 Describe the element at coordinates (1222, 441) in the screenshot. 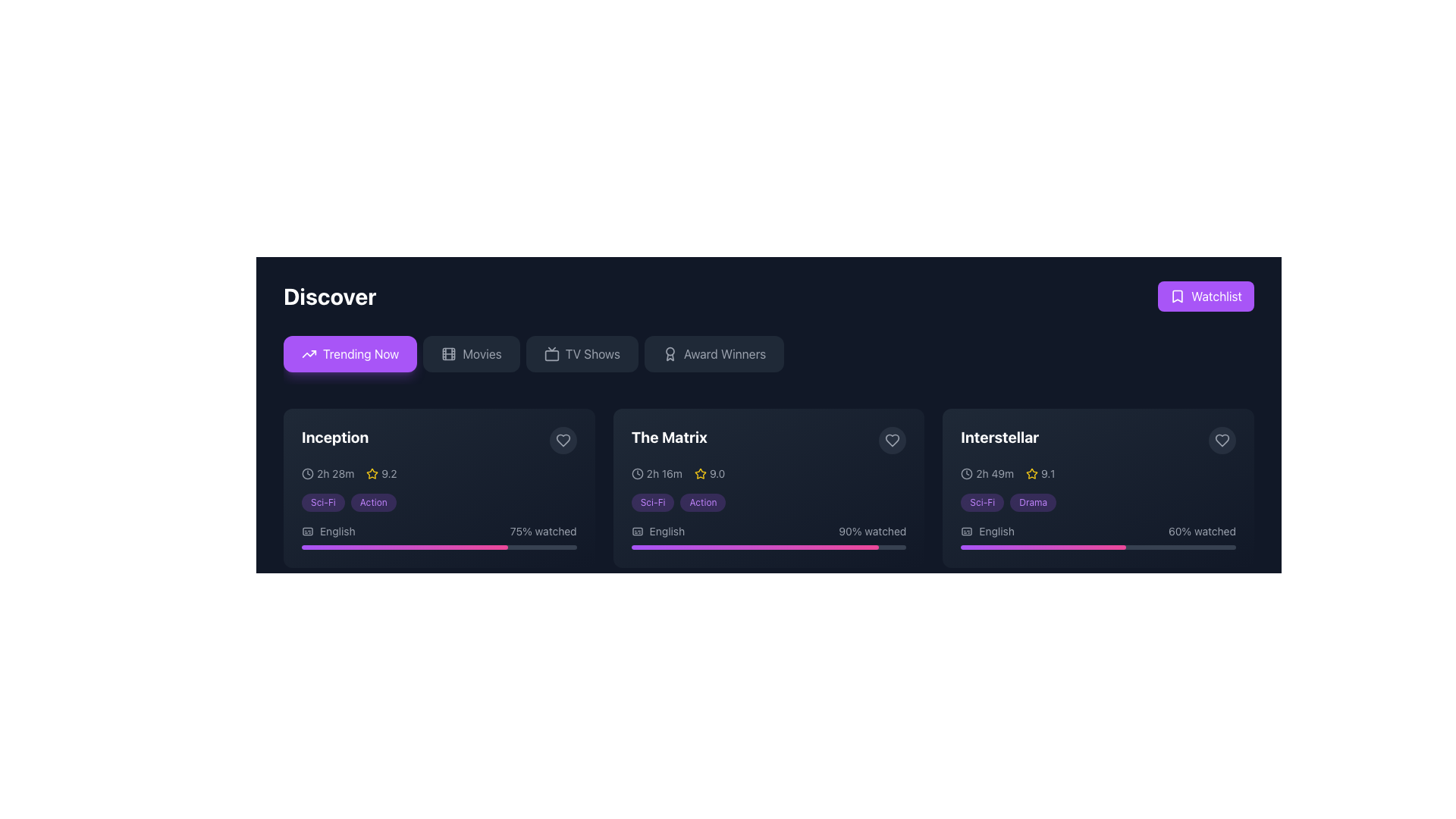

I see `the heart-shaped icon within the favorite button on the movie card for 'Interstellar'` at that location.